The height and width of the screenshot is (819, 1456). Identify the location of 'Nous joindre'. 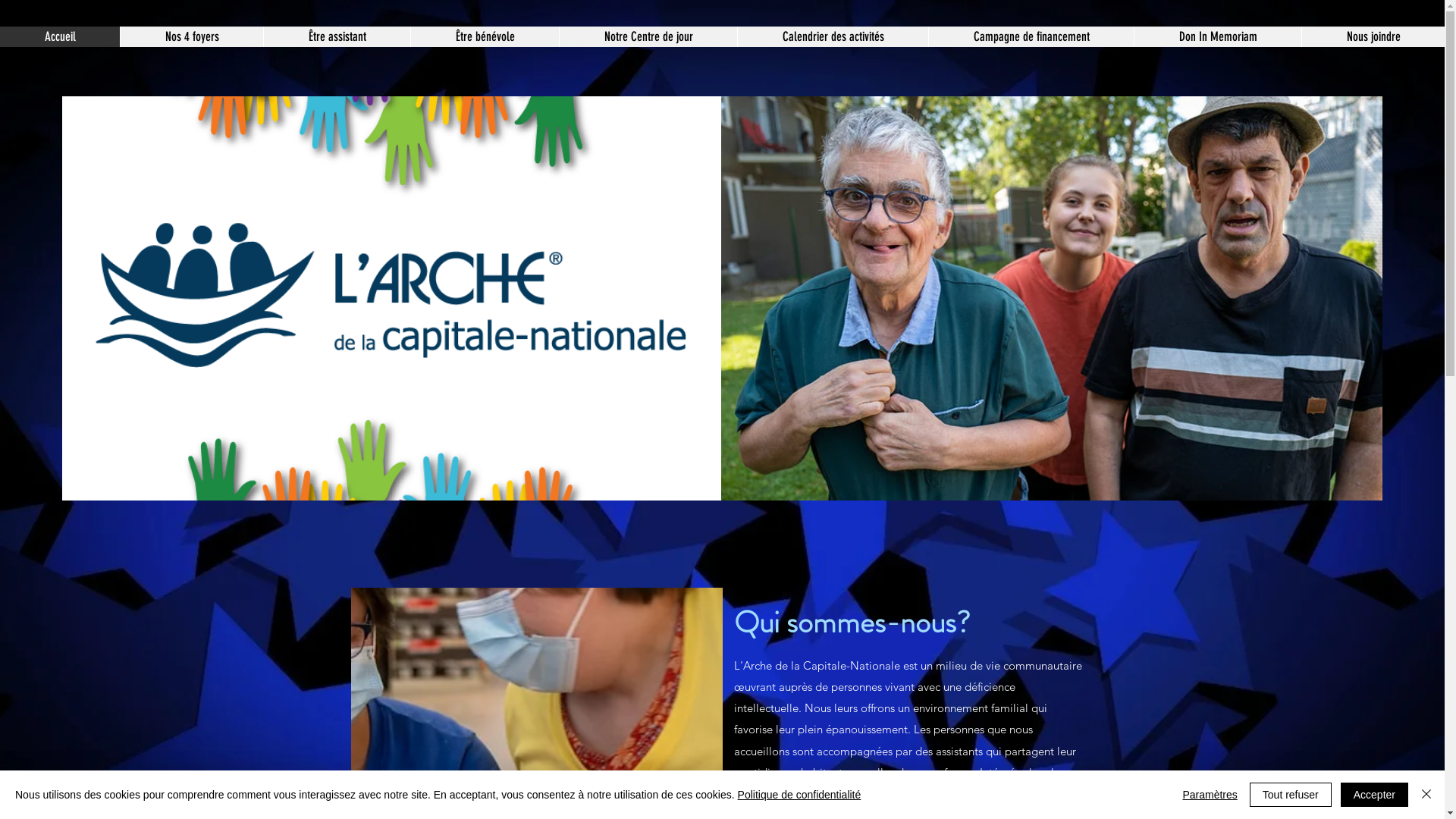
(1373, 36).